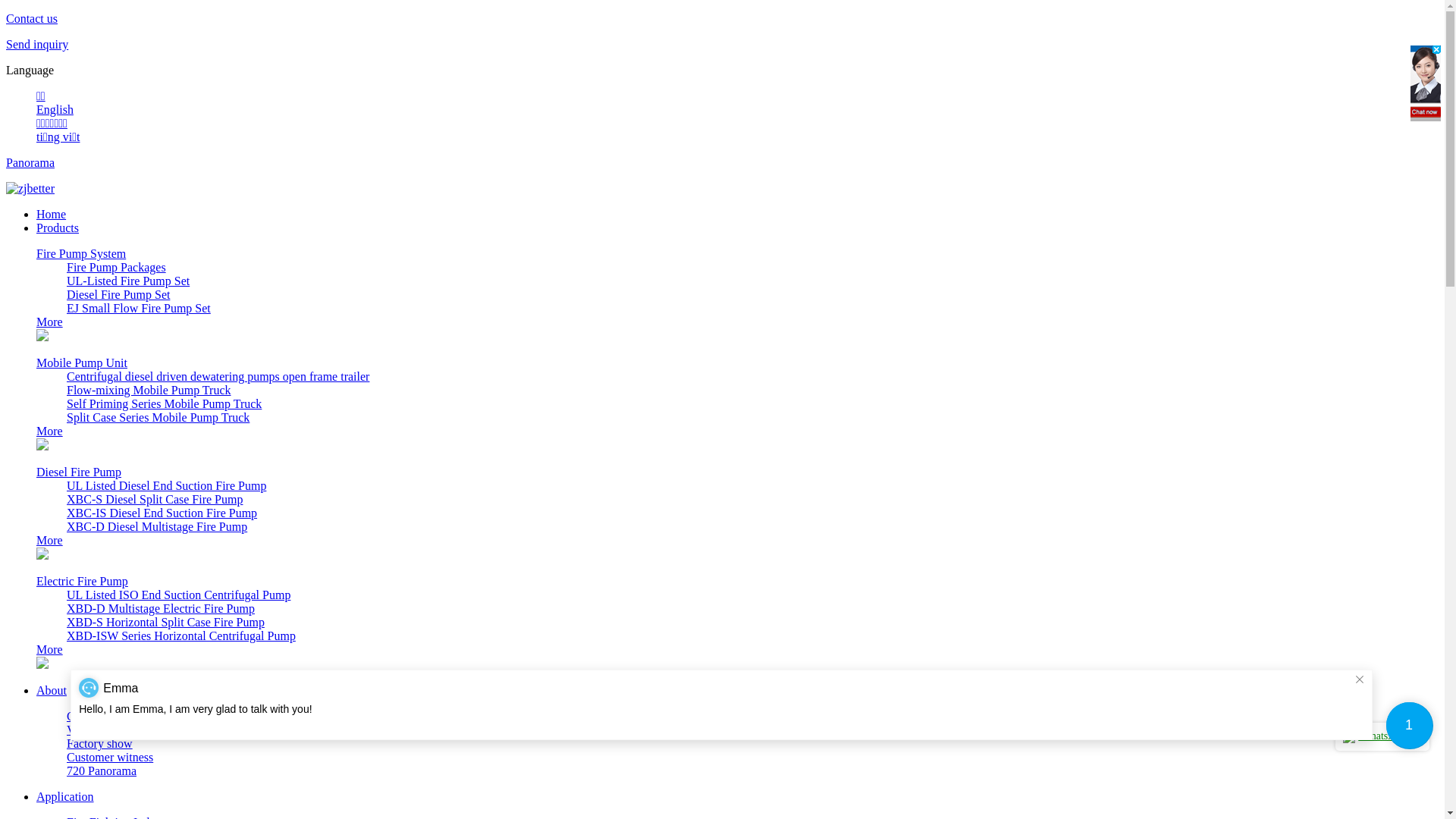 The image size is (1456, 819). What do you see at coordinates (156, 526) in the screenshot?
I see `'XBC-D Diesel Multistage Fire Pump'` at bounding box center [156, 526].